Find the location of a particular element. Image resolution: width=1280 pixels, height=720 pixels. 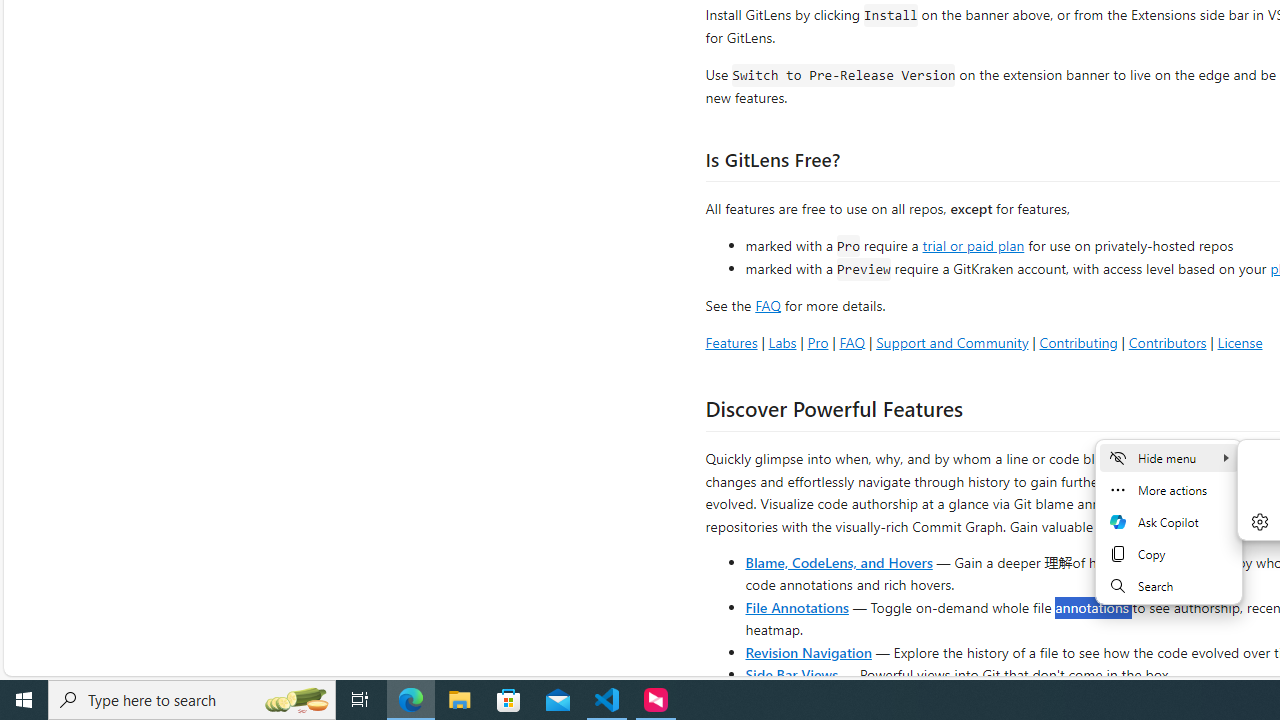

'Support and Community' is located at coordinates (951, 341).